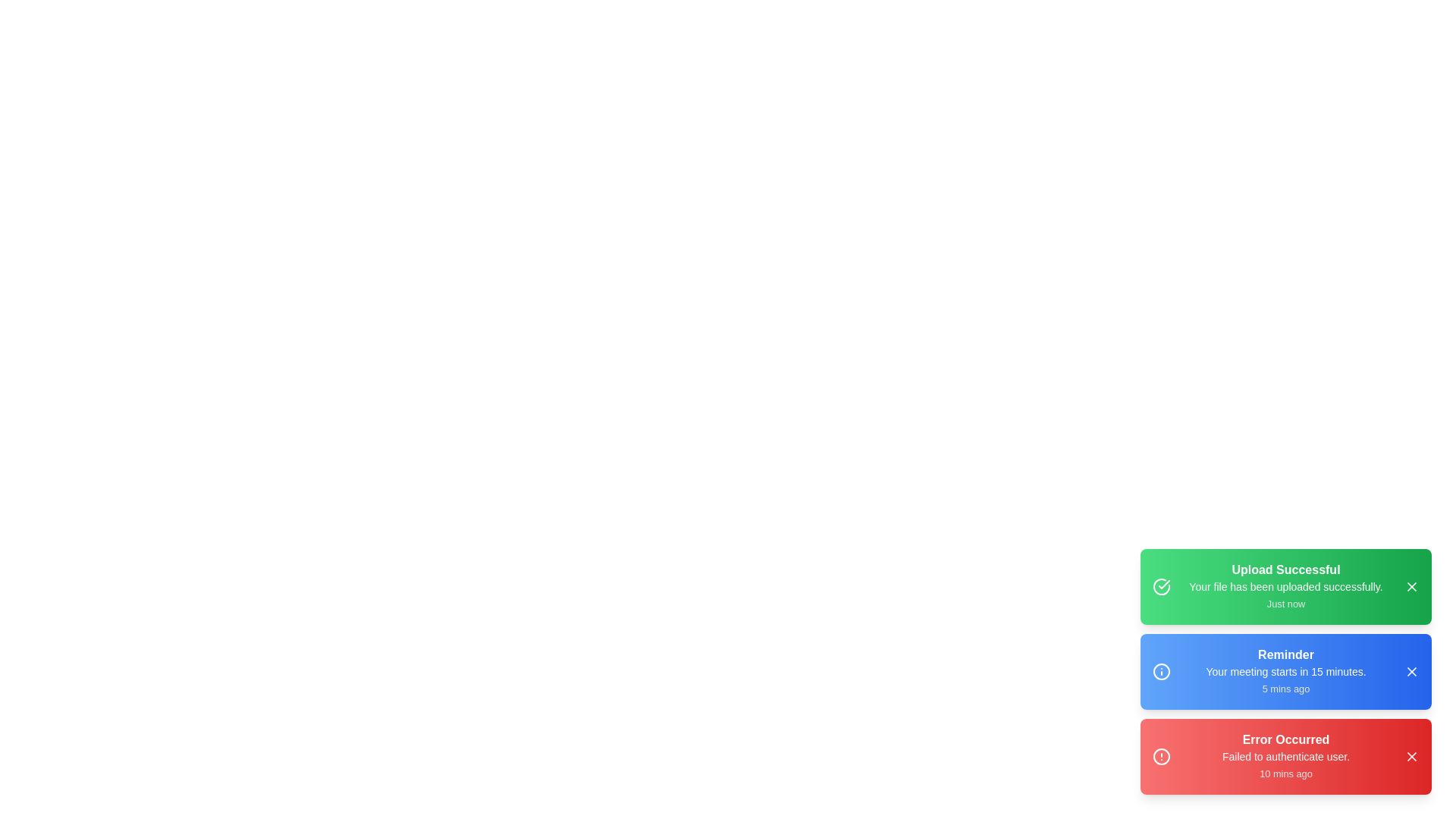  Describe the element at coordinates (1285, 757) in the screenshot. I see `the details of the notification with title Error Occurred` at that location.